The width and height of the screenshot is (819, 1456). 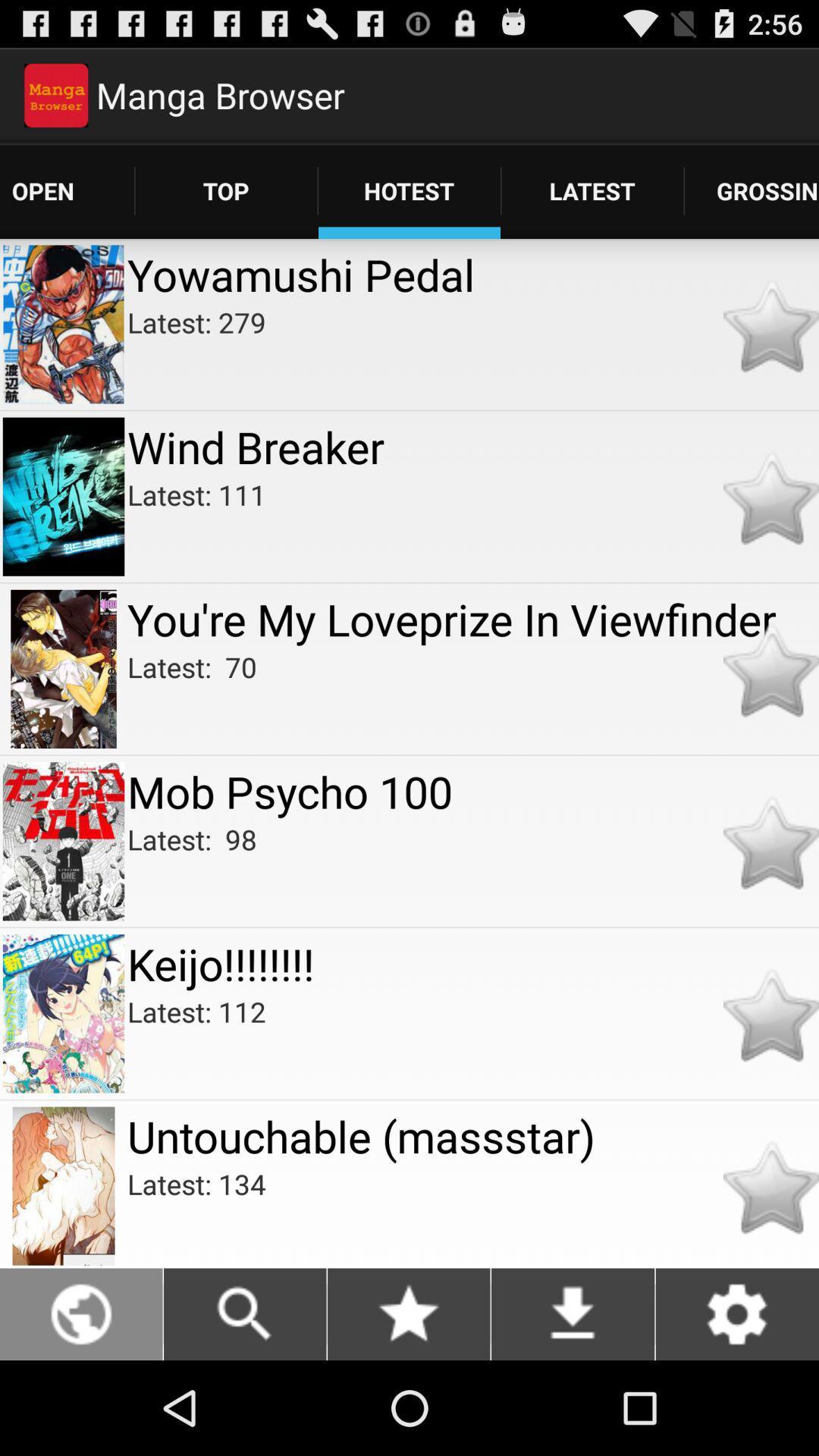 What do you see at coordinates (472, 790) in the screenshot?
I see `mob psycho 100 app` at bounding box center [472, 790].